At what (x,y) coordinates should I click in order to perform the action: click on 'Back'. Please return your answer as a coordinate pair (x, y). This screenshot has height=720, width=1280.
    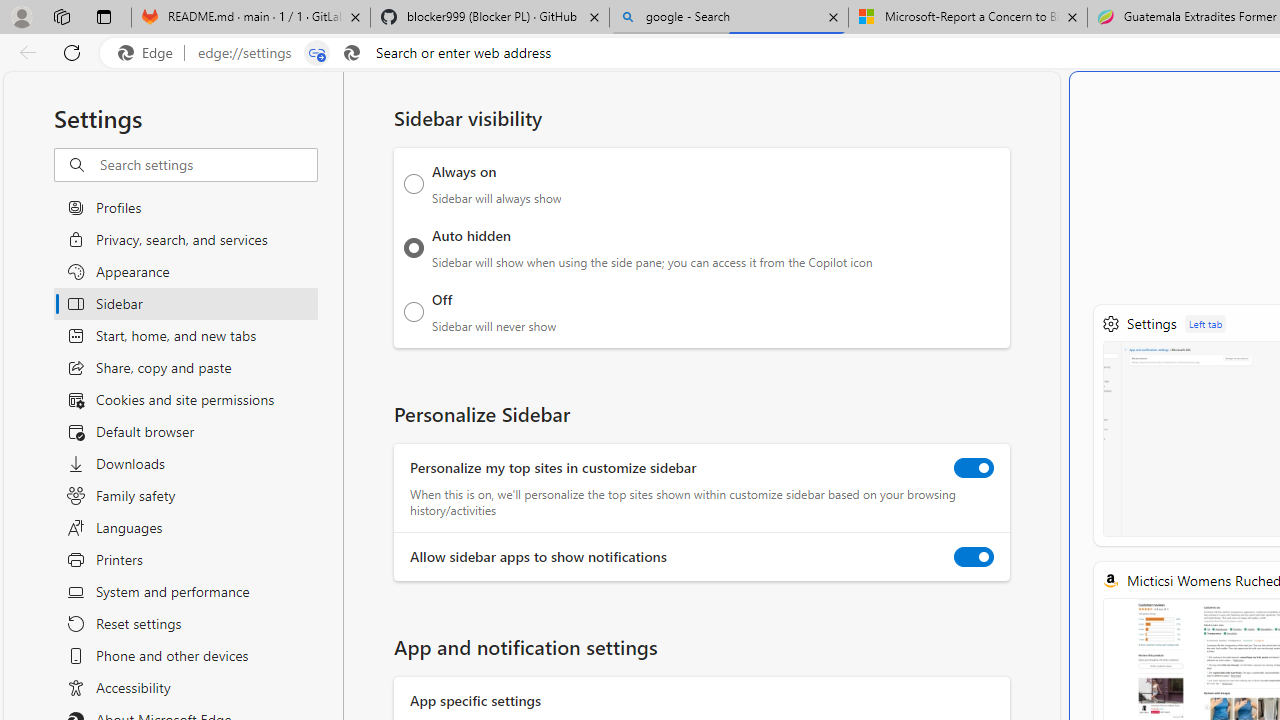
    Looking at the image, I should click on (24, 51).